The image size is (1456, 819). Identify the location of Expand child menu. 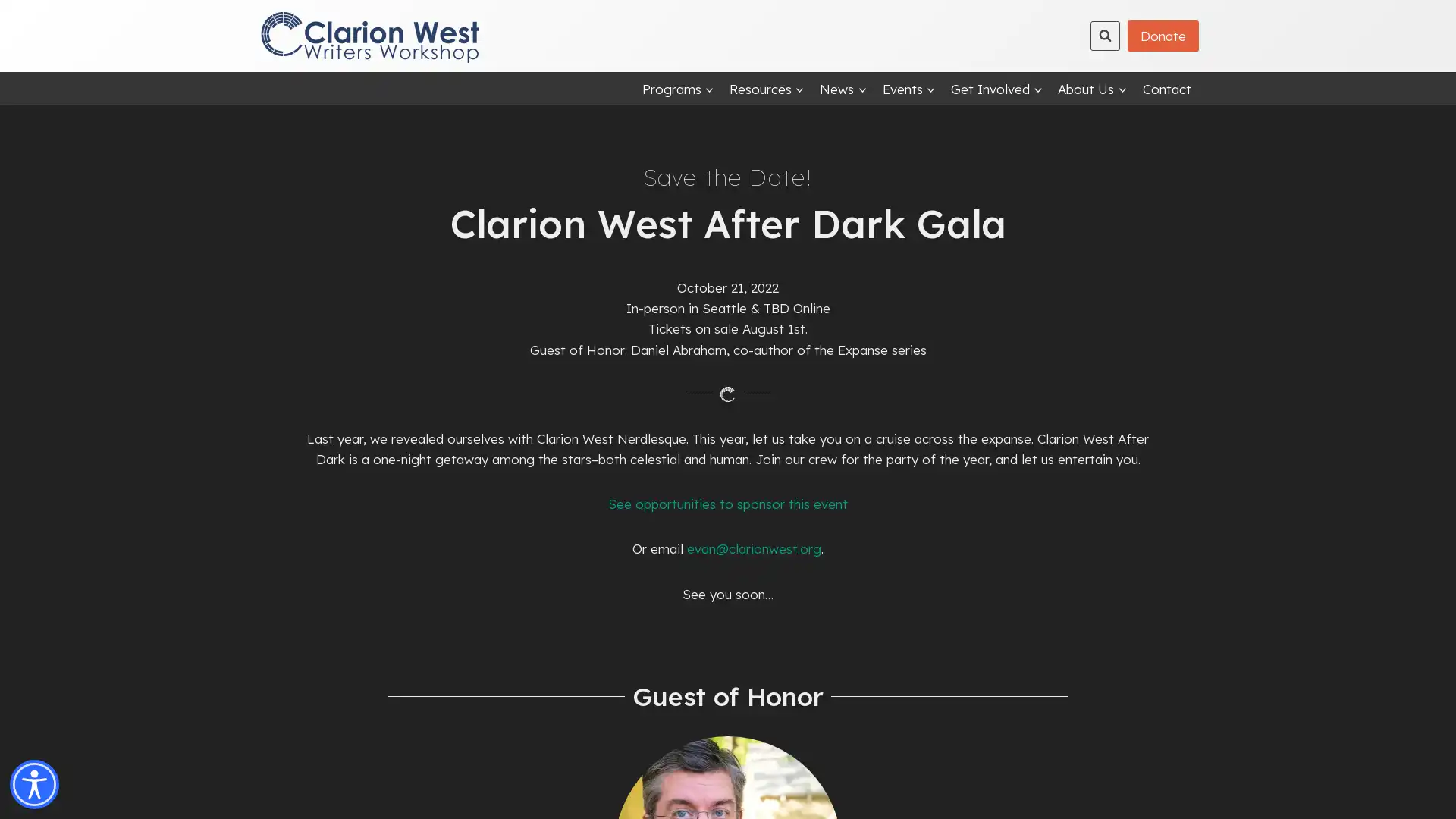
(767, 88).